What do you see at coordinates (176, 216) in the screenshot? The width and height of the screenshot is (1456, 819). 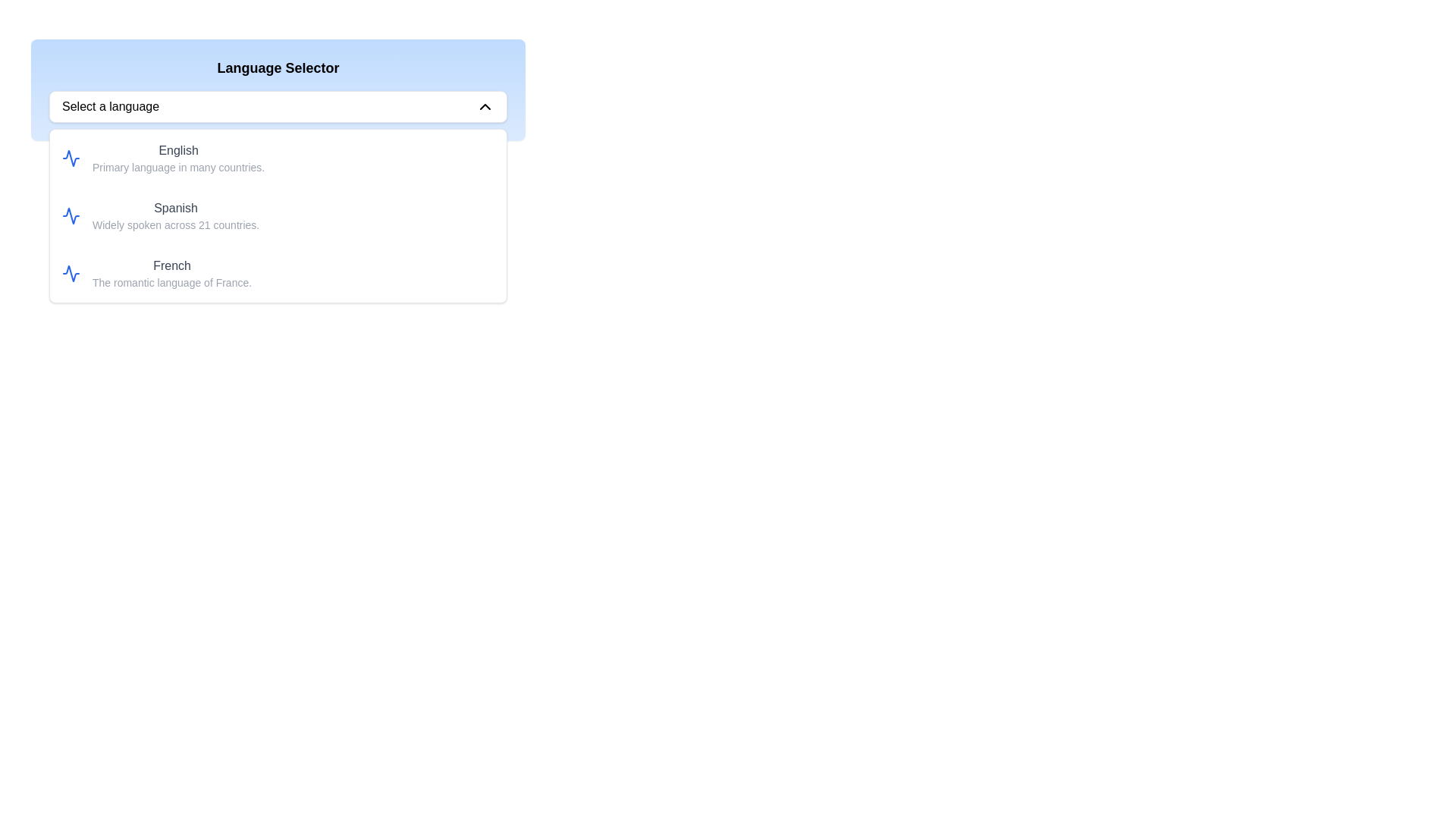 I see `the list item displaying 'Spanish' in the Language Selector dropdown` at bounding box center [176, 216].